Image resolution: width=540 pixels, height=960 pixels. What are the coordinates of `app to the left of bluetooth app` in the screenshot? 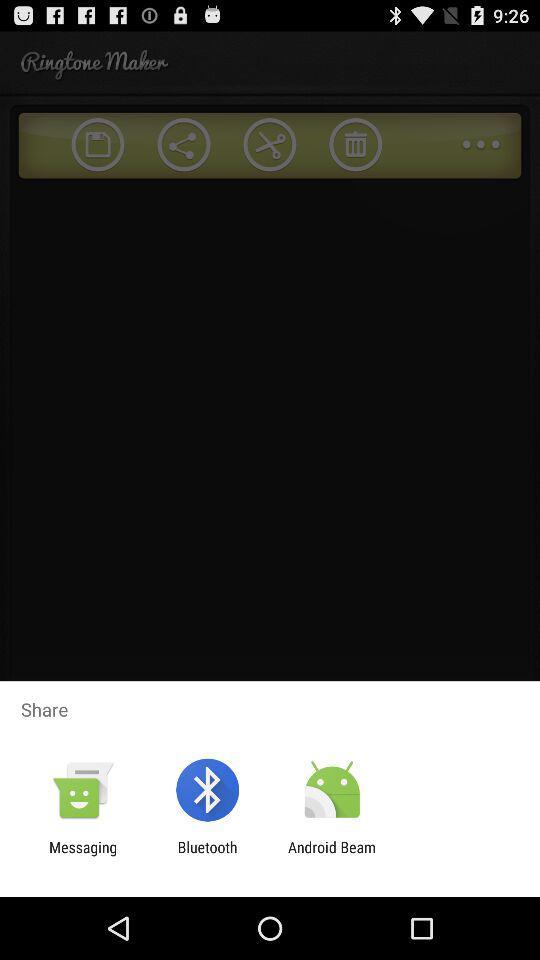 It's located at (82, 855).